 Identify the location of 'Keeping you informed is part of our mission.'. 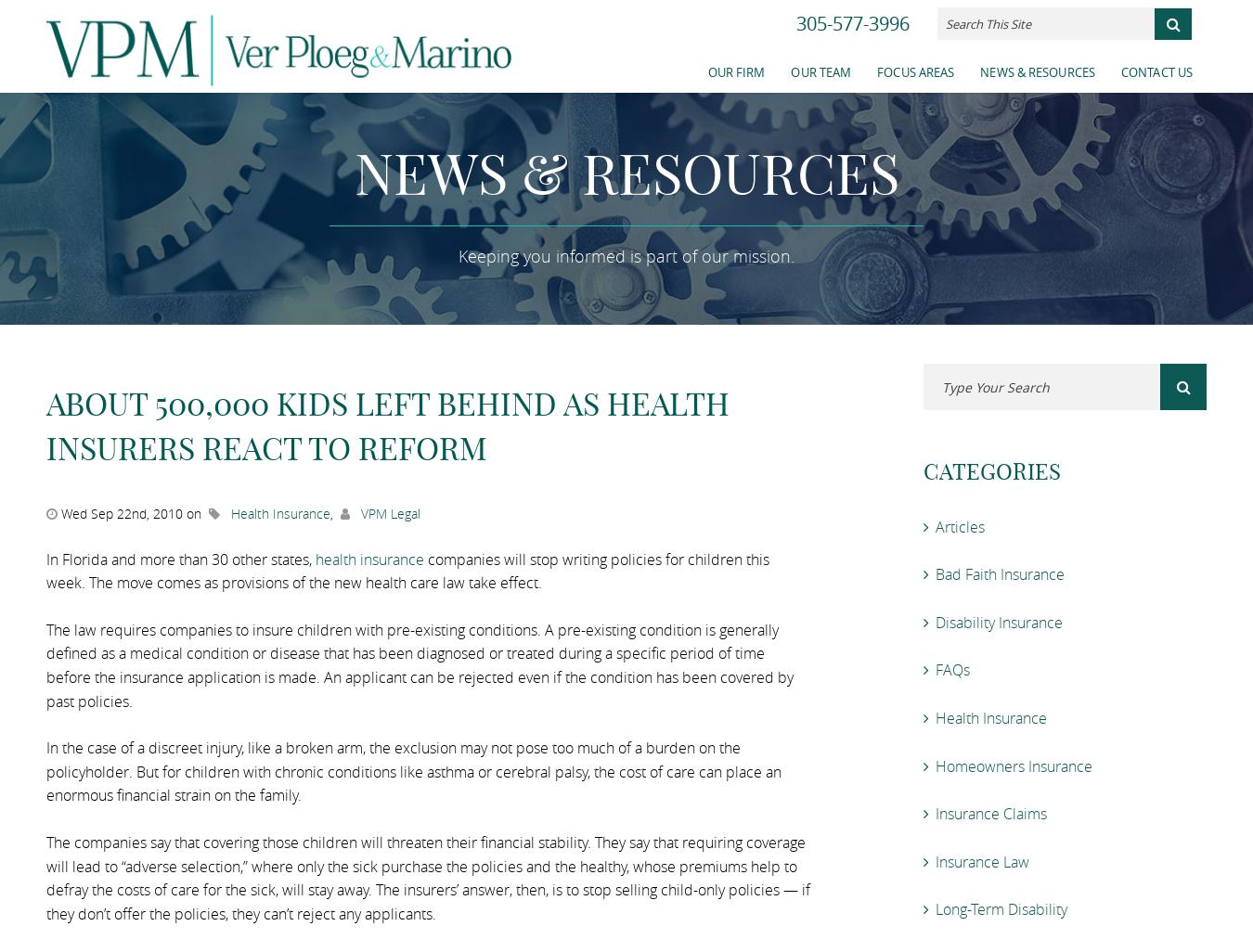
(626, 254).